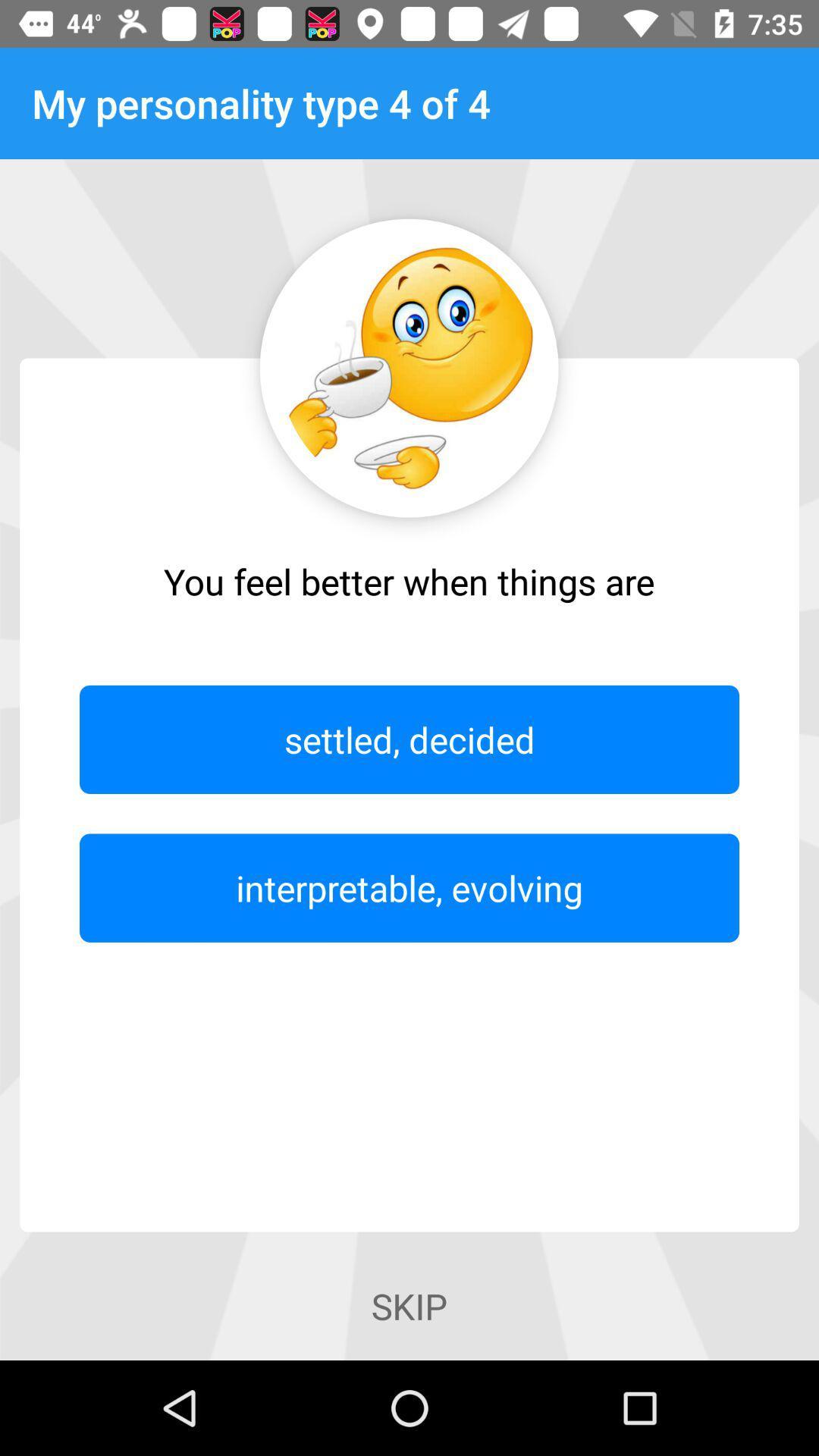  What do you see at coordinates (409, 888) in the screenshot?
I see `interpretable, evolving` at bounding box center [409, 888].